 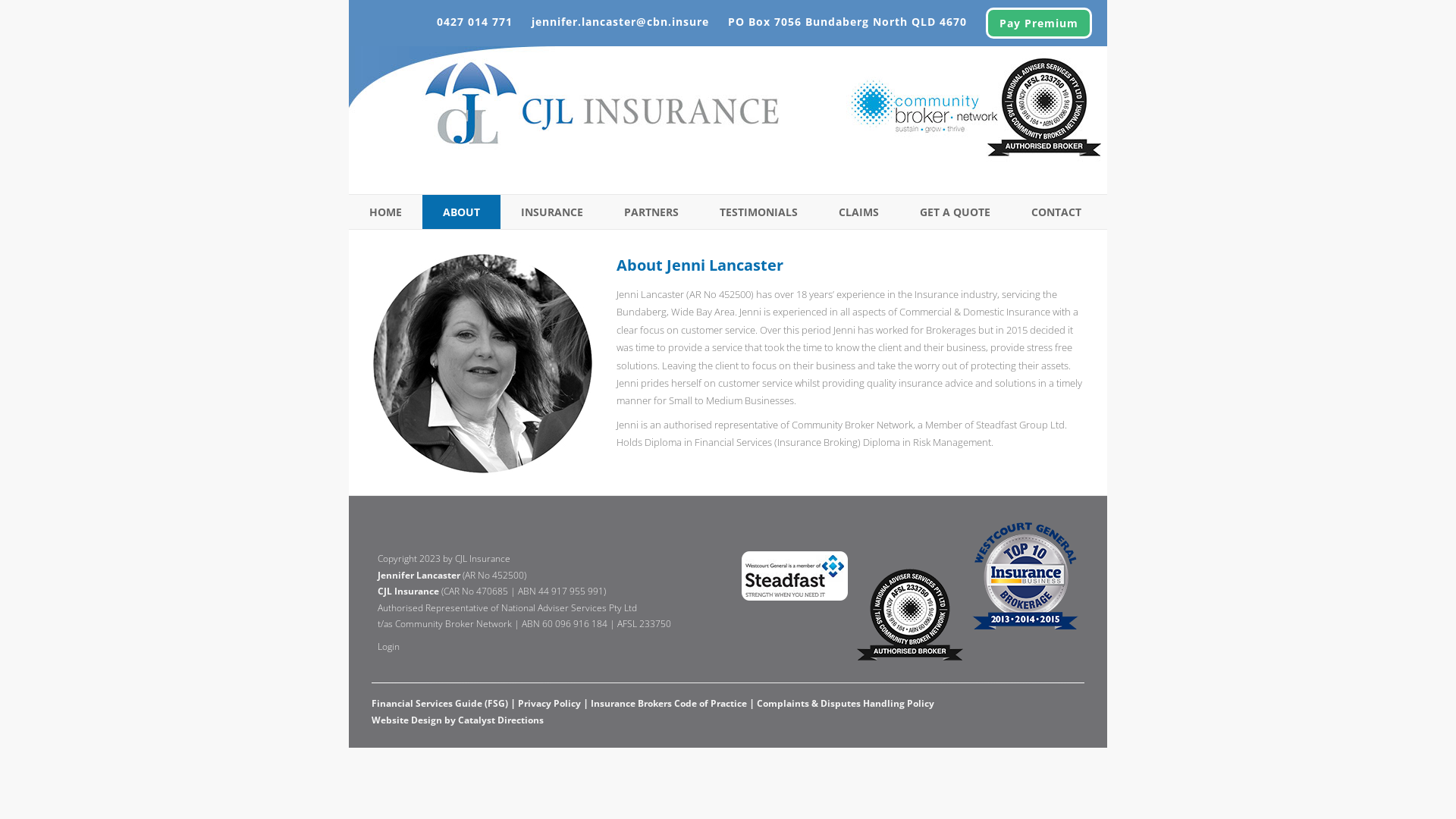 What do you see at coordinates (460, 212) in the screenshot?
I see `'ABOUT'` at bounding box center [460, 212].